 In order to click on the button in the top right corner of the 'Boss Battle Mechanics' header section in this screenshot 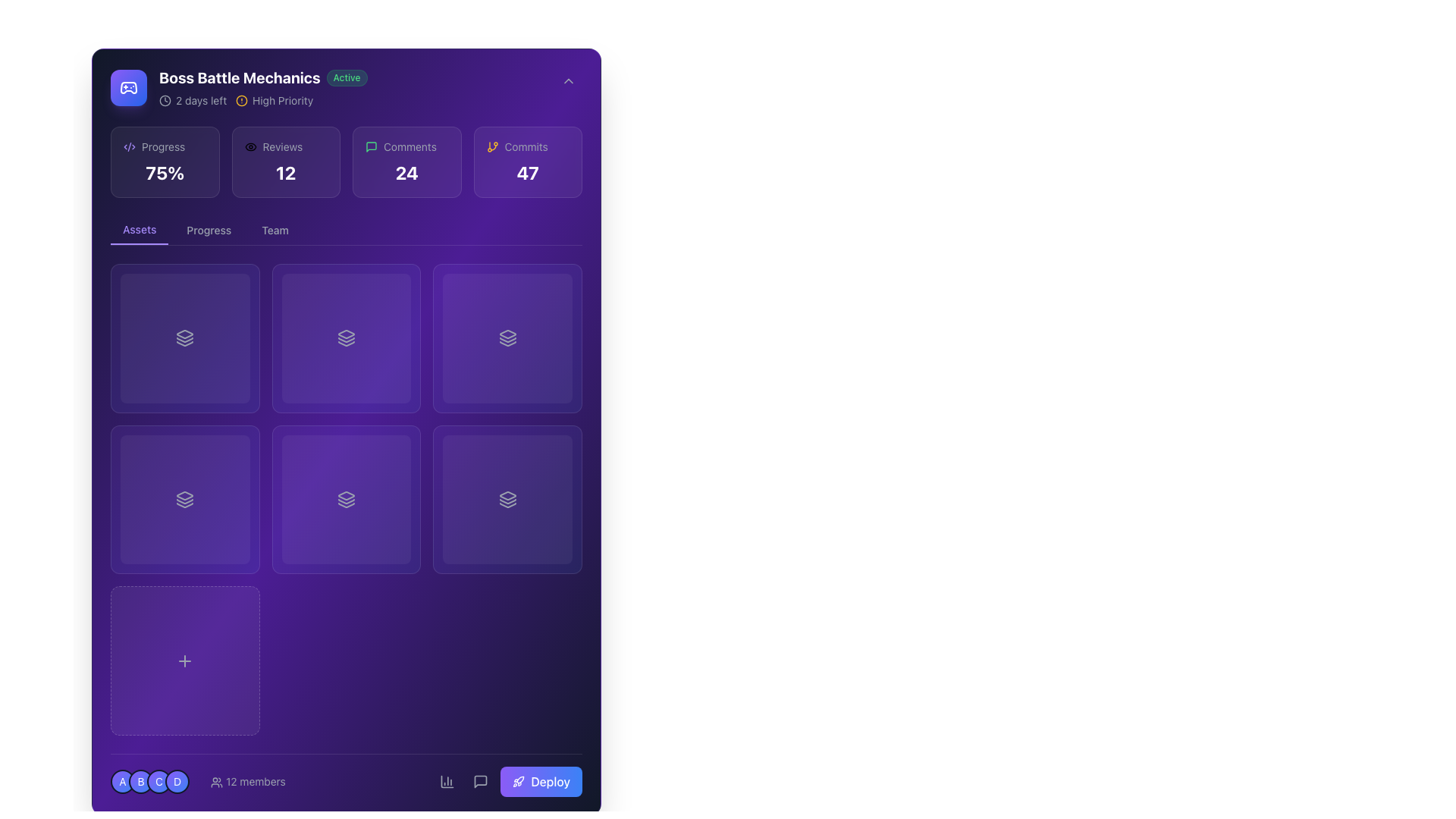, I will do `click(567, 81)`.